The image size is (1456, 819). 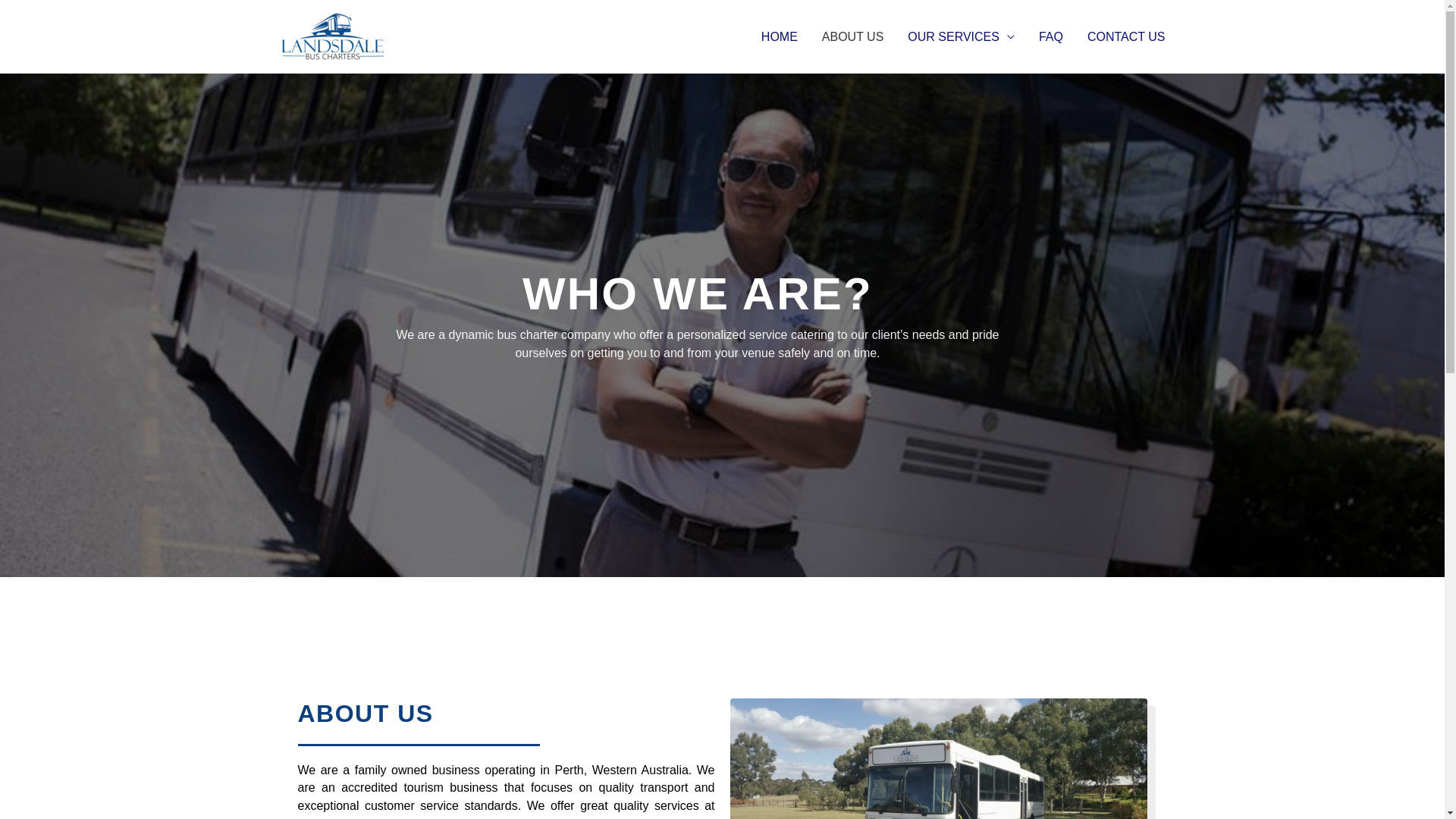 I want to click on 'HOME', so click(x=779, y=35).